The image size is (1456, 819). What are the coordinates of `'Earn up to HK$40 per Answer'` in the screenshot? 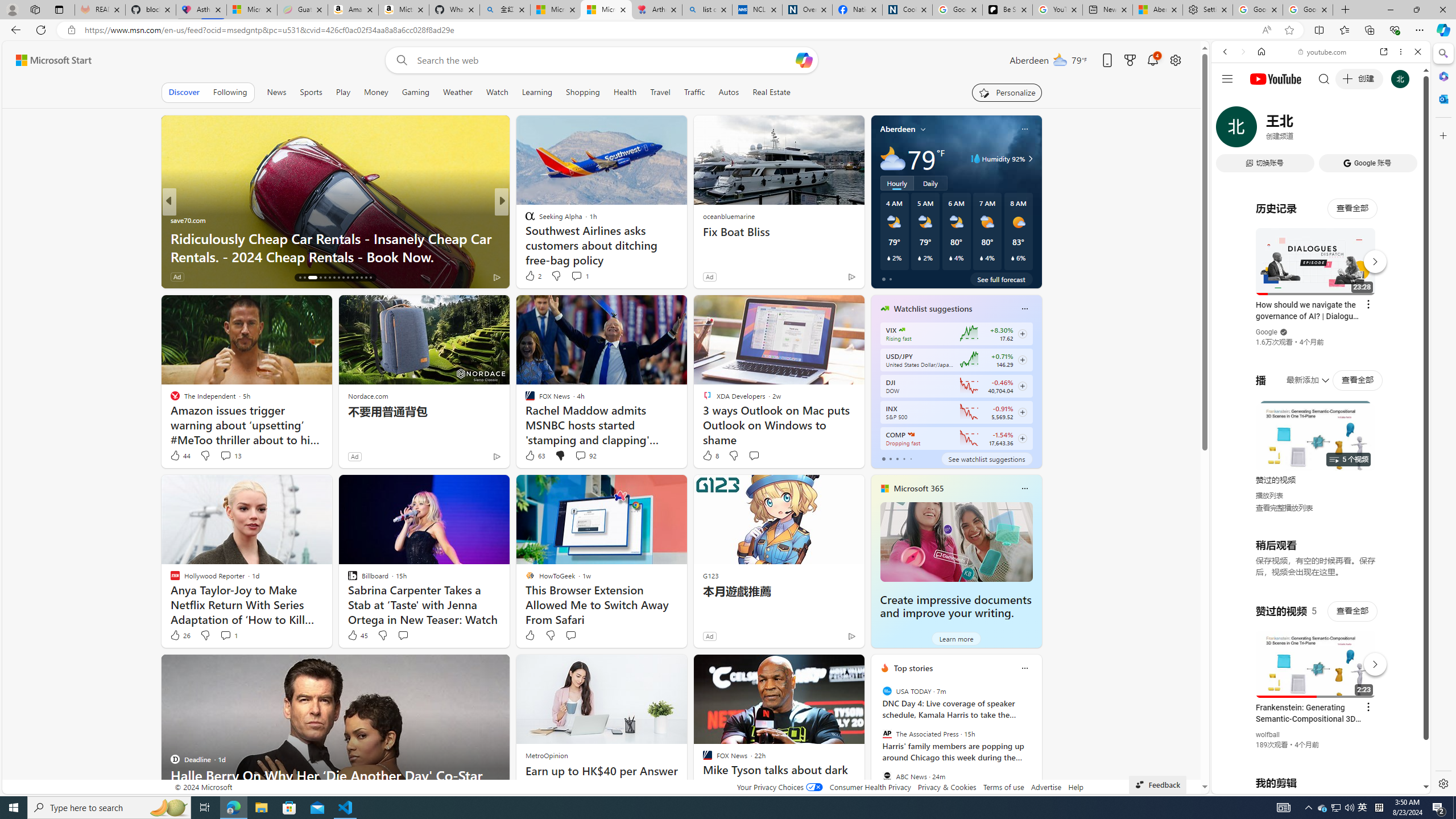 It's located at (601, 771).